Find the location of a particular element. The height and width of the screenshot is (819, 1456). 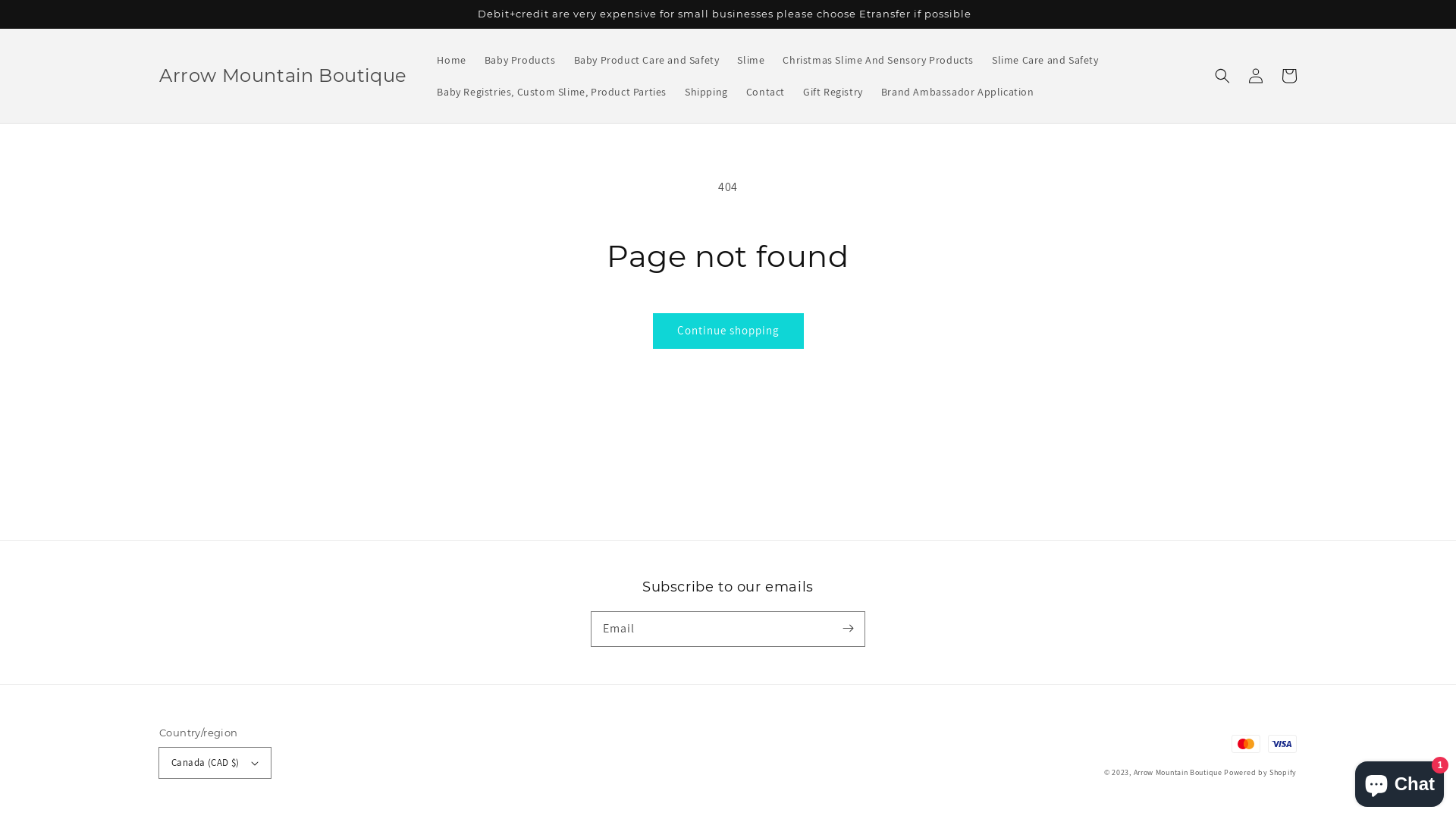

'Home' is located at coordinates (450, 58).